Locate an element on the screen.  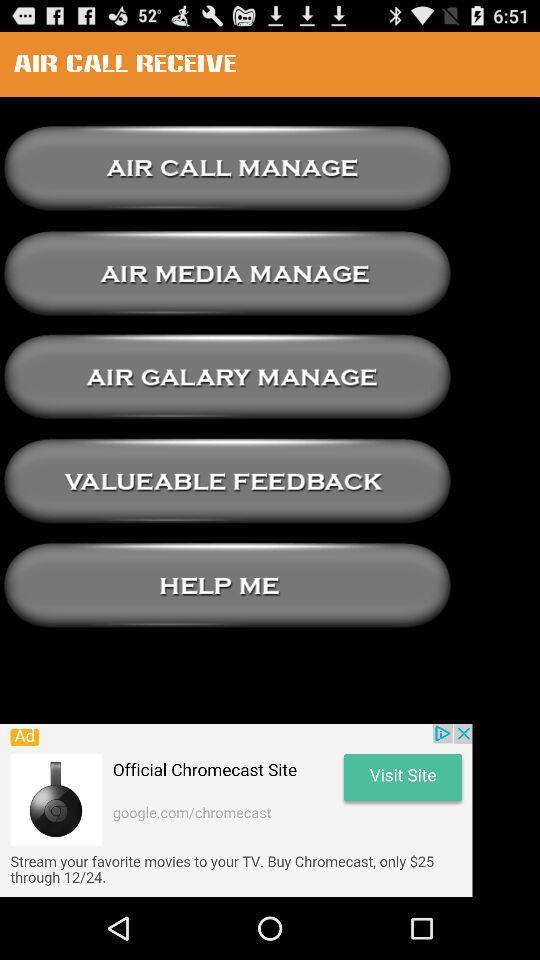
add button is located at coordinates (235, 810).